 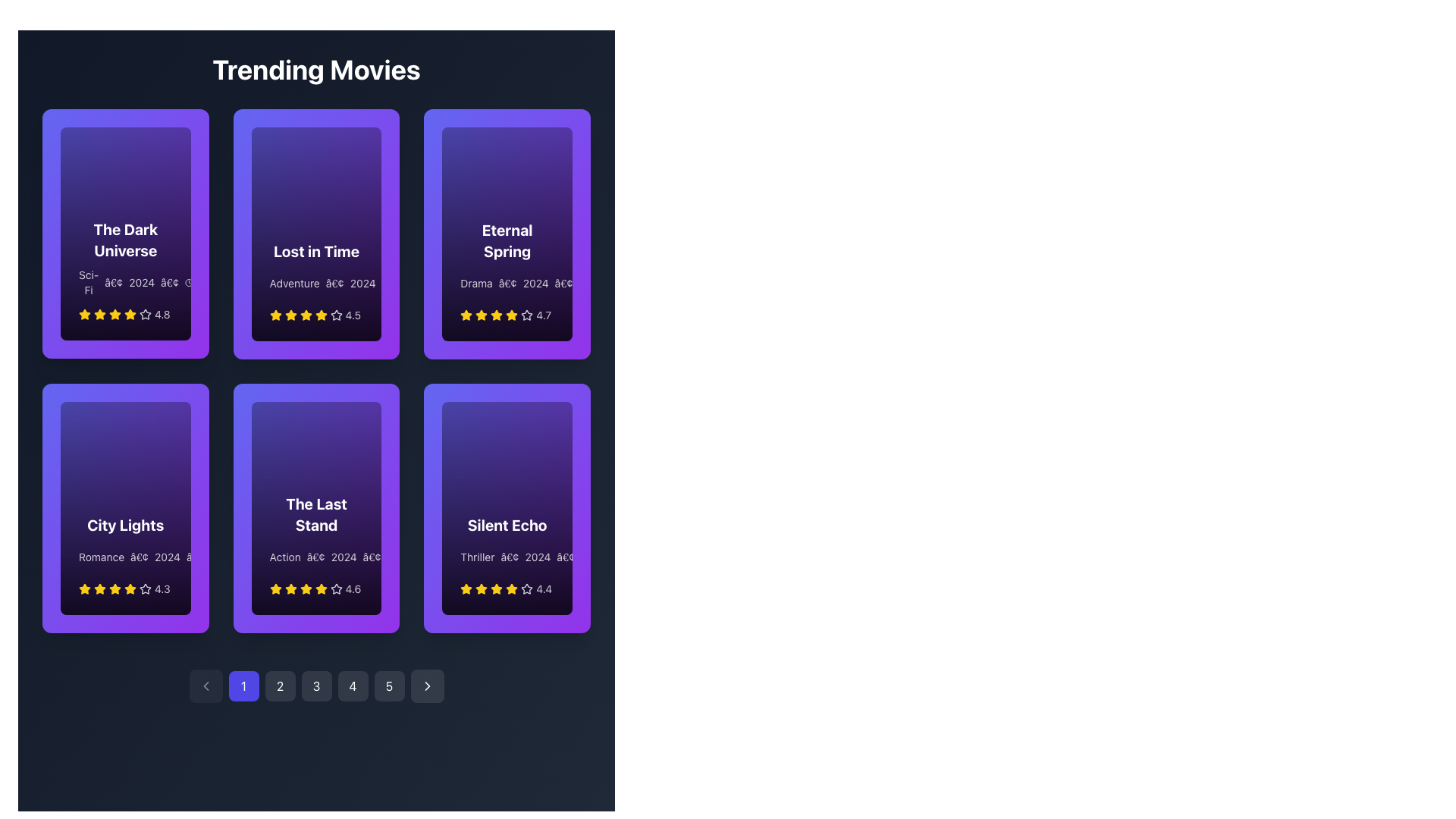 I want to click on the circular gradient purple button with a white triangular 'play' symbol located at the upper-right corner of the 'Lost in Time' card to initiate video playback, so click(x=374, y=140).